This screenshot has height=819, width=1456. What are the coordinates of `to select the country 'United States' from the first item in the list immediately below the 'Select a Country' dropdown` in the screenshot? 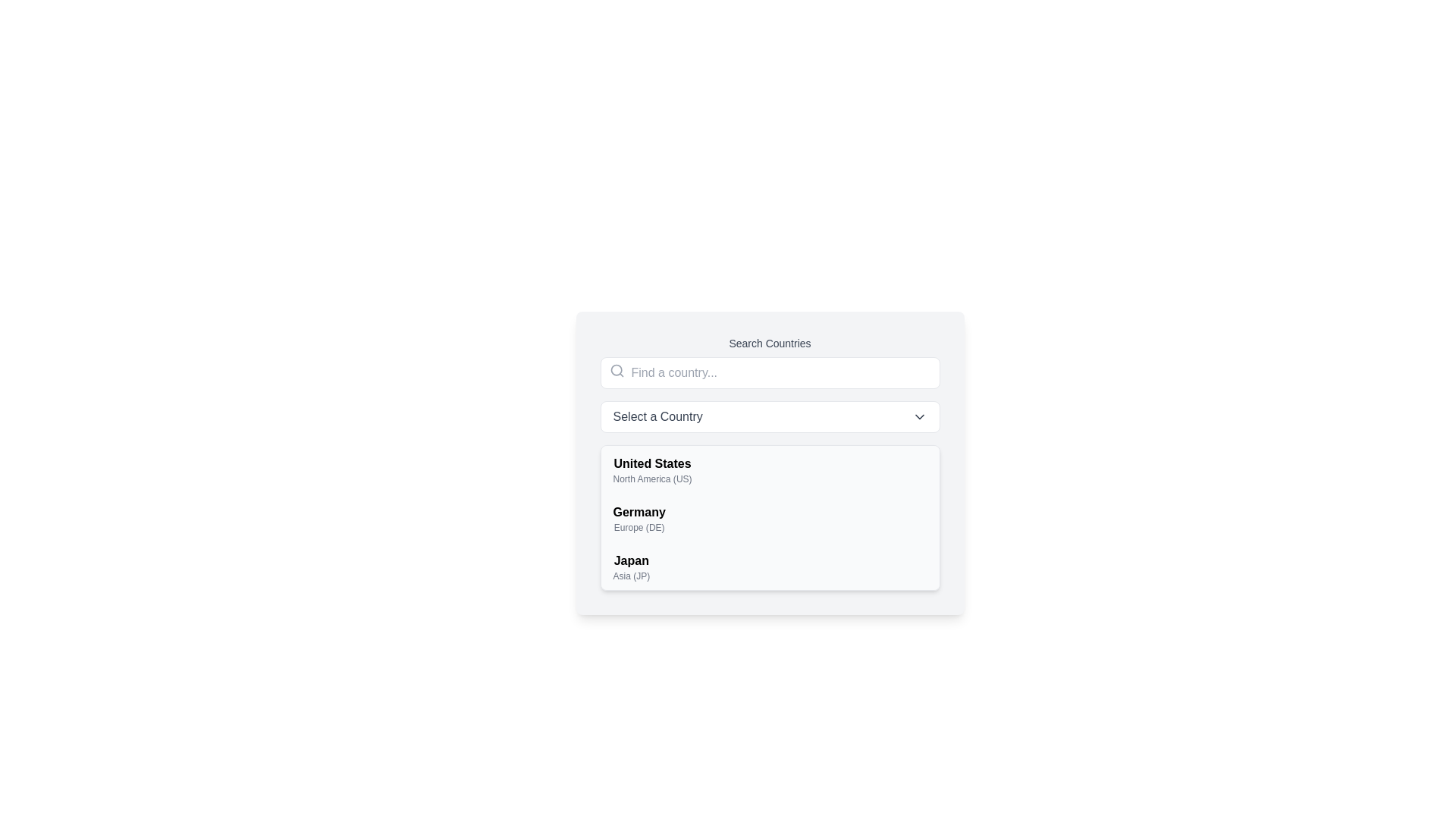 It's located at (652, 469).